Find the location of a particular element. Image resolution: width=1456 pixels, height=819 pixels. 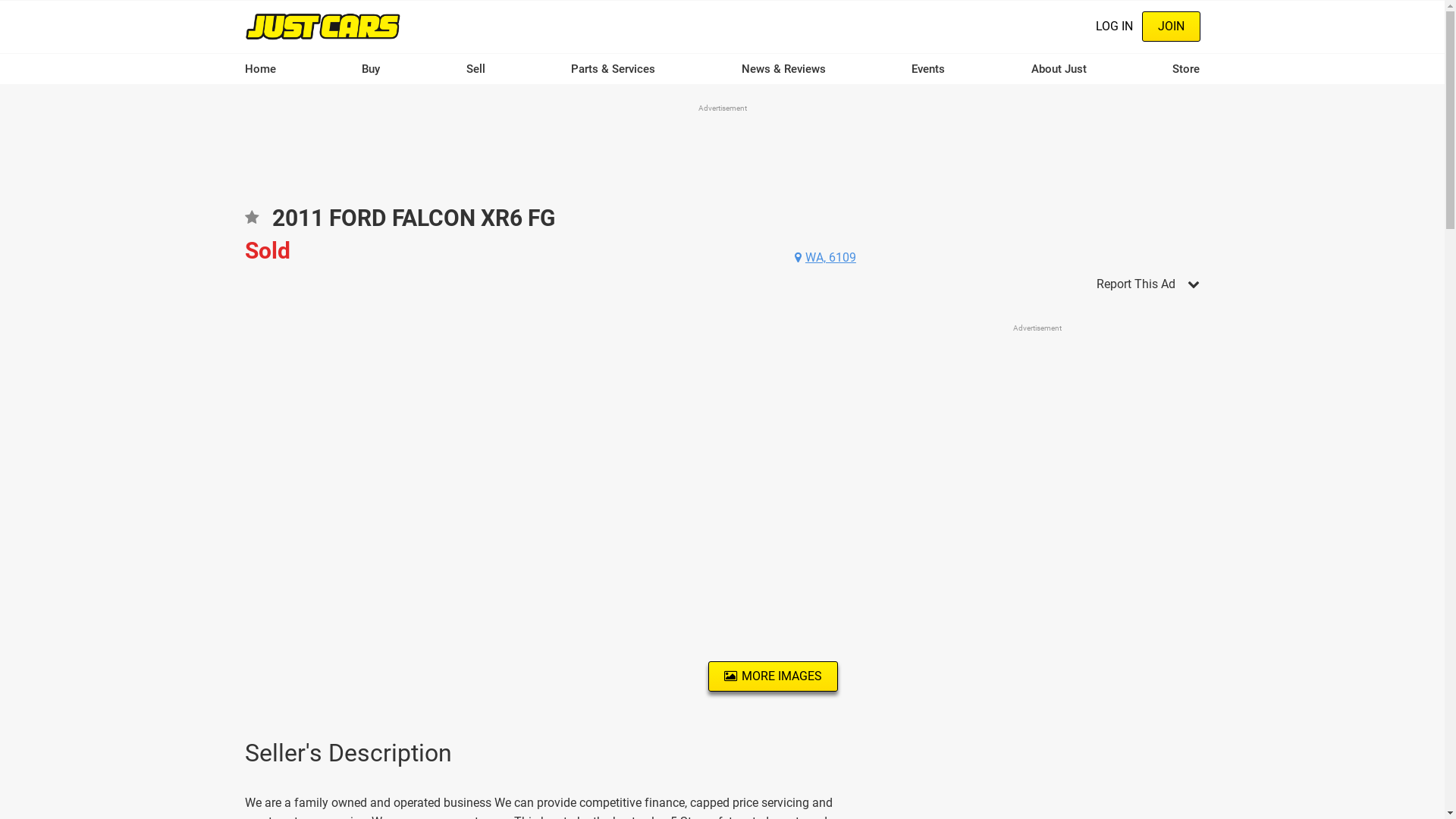

'JOIN' is located at coordinates (1142, 26).